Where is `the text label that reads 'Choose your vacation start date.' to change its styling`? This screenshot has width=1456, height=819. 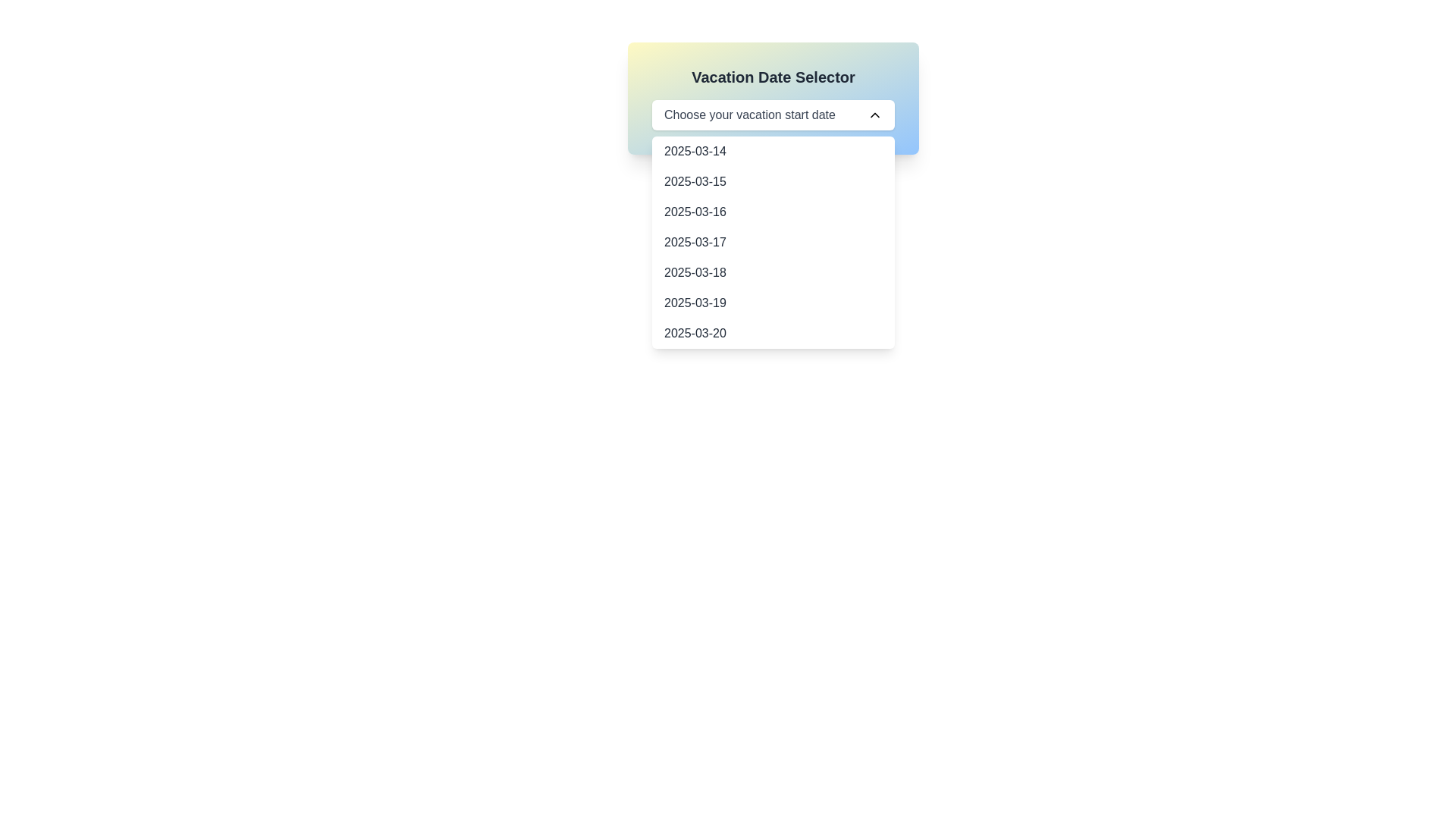 the text label that reads 'Choose your vacation start date.' to change its styling is located at coordinates (749, 114).